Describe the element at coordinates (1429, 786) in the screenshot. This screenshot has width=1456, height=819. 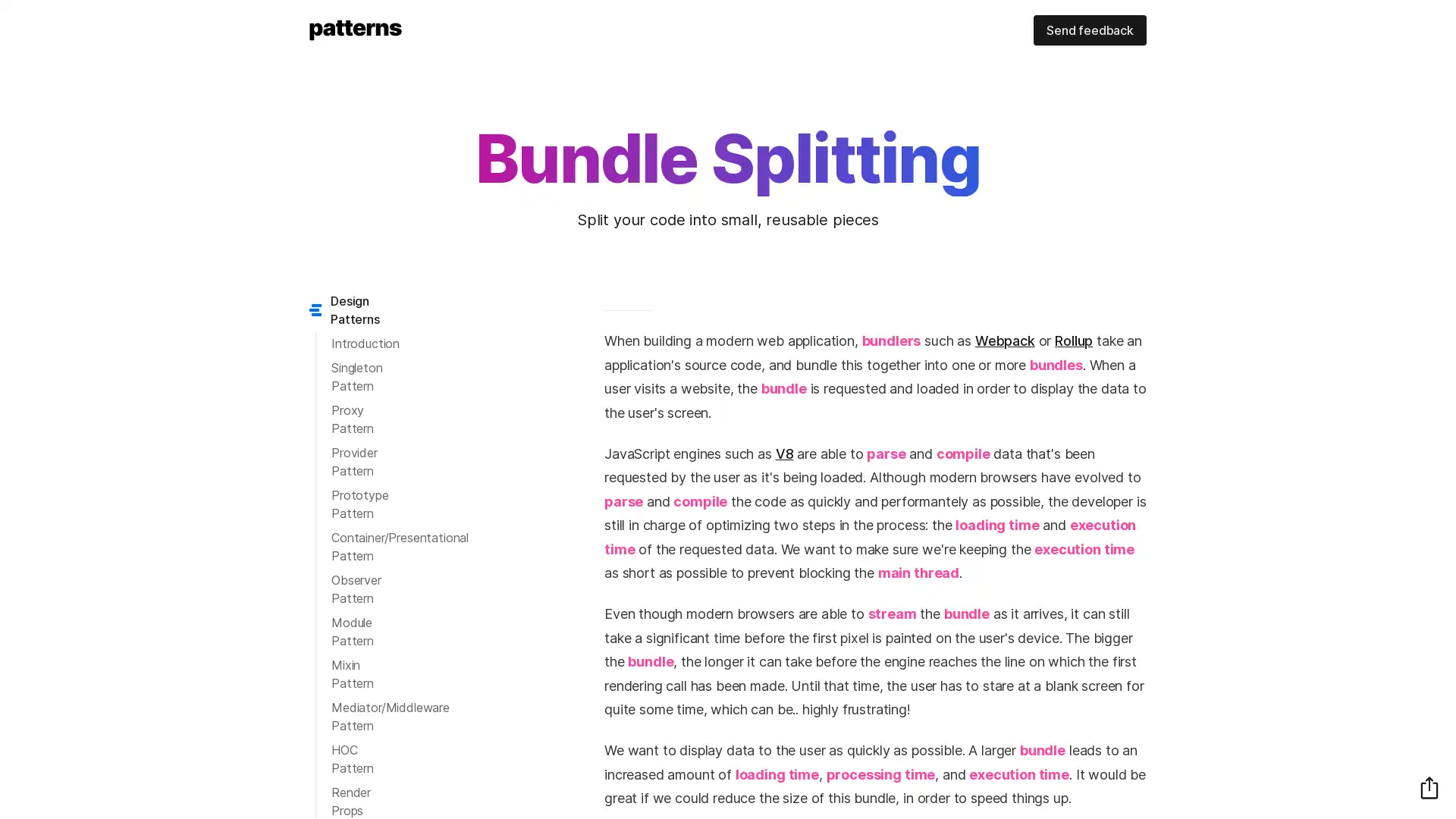
I see `Share` at that location.